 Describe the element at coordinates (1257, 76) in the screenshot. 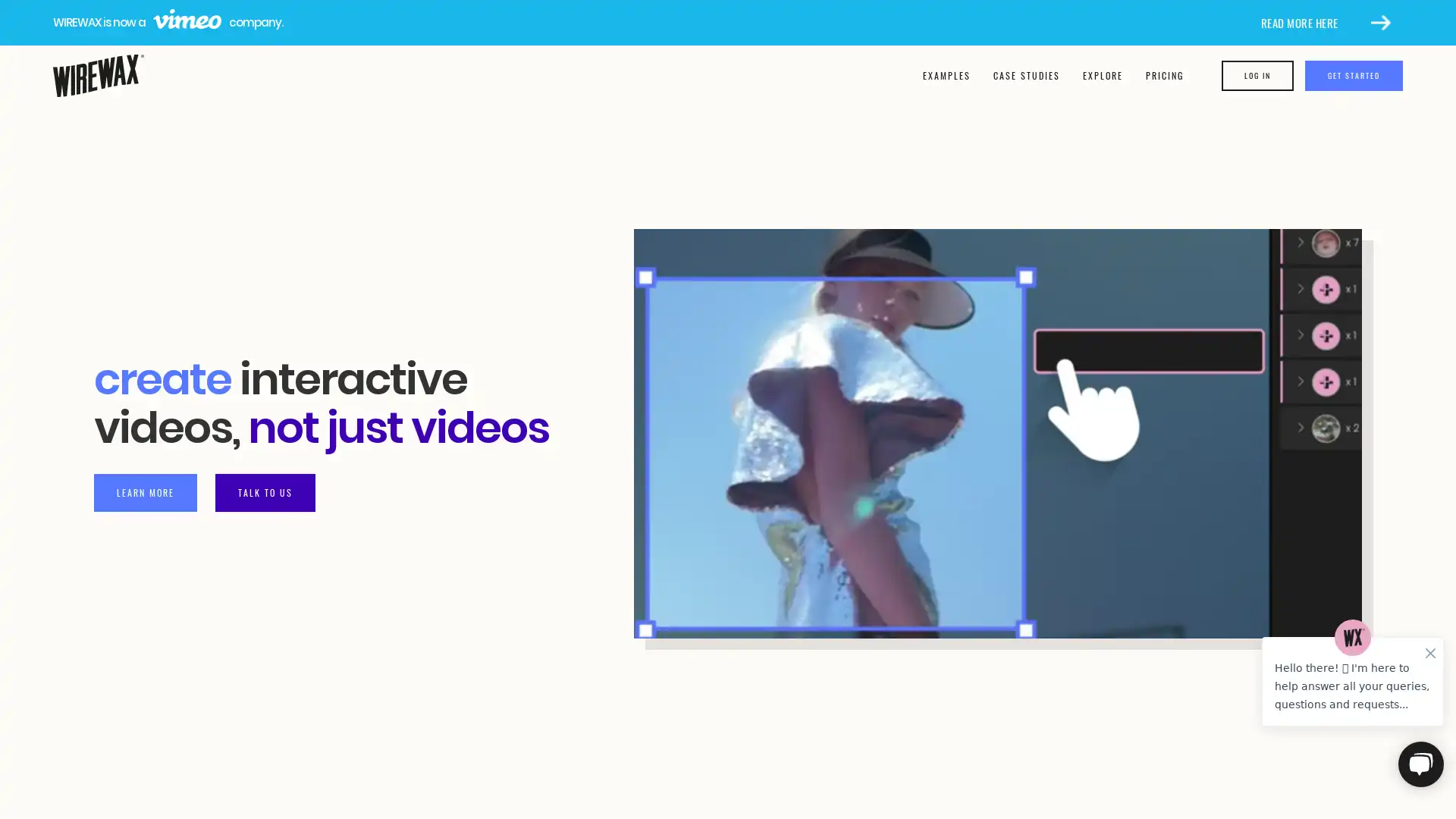

I see `LOG IN` at that location.